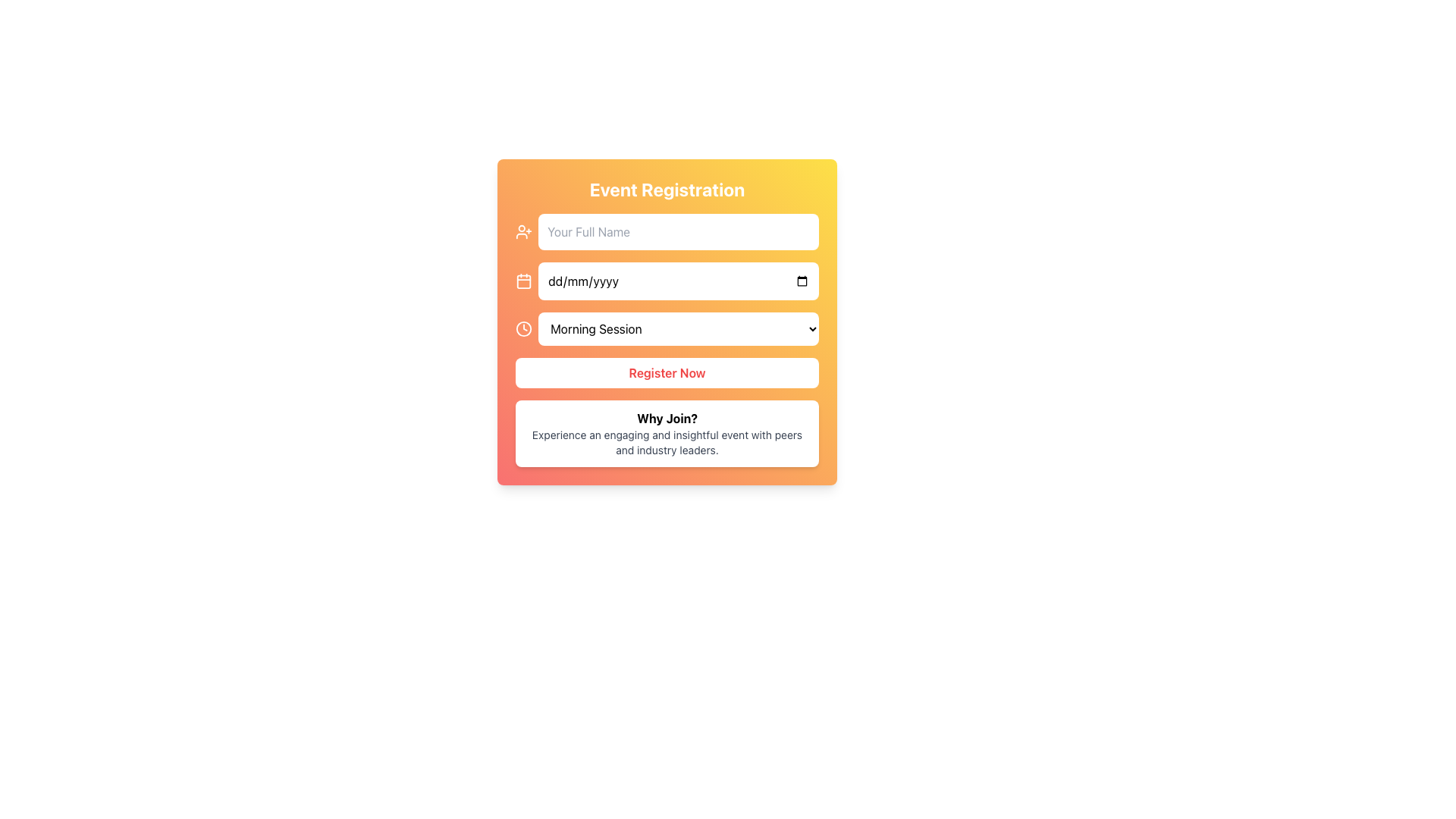  What do you see at coordinates (667, 418) in the screenshot?
I see `text of the Heading element displaying 'Why Join?' which is centered within the white rounded rectangle card element` at bounding box center [667, 418].